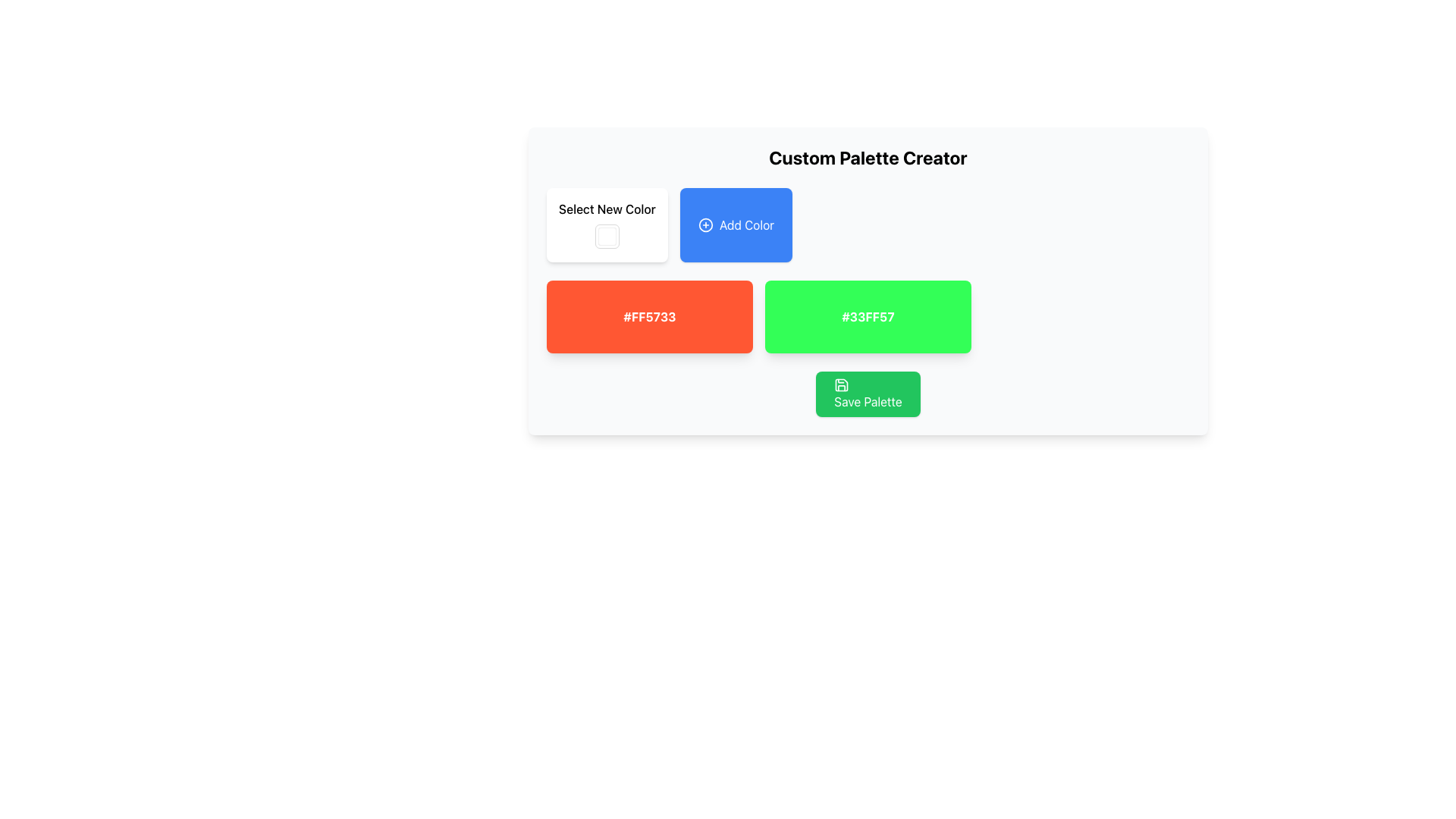 The height and width of the screenshot is (819, 1456). I want to click on the 'Save Palette' button, which is a green rectangular button representing the saving functionality in the 'Custom Palette Creator' interface, so click(841, 384).